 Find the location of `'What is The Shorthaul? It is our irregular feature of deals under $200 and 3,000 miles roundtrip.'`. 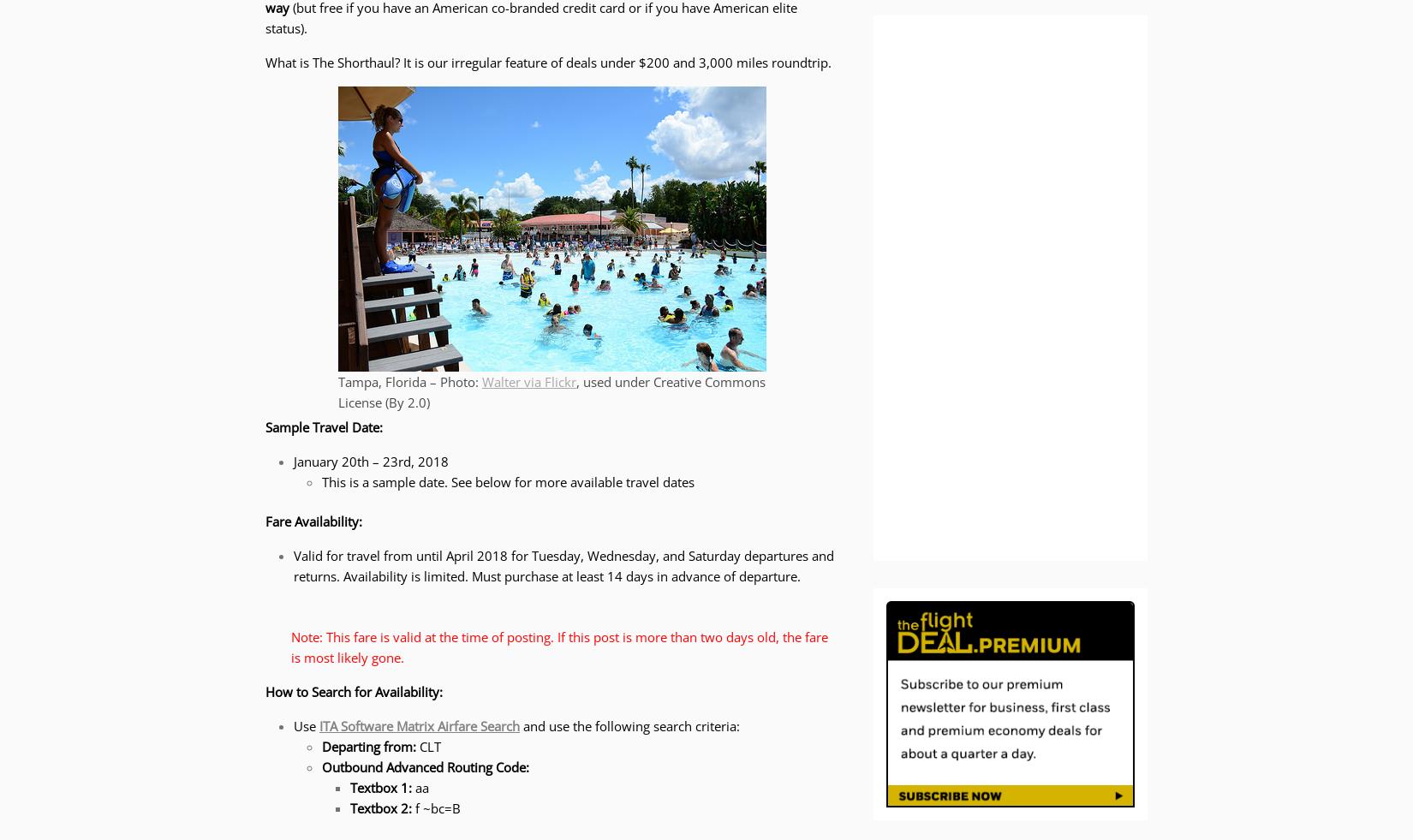

'What is The Shorthaul? It is our irregular feature of deals under $200 and 3,000 miles roundtrip.' is located at coordinates (547, 61).